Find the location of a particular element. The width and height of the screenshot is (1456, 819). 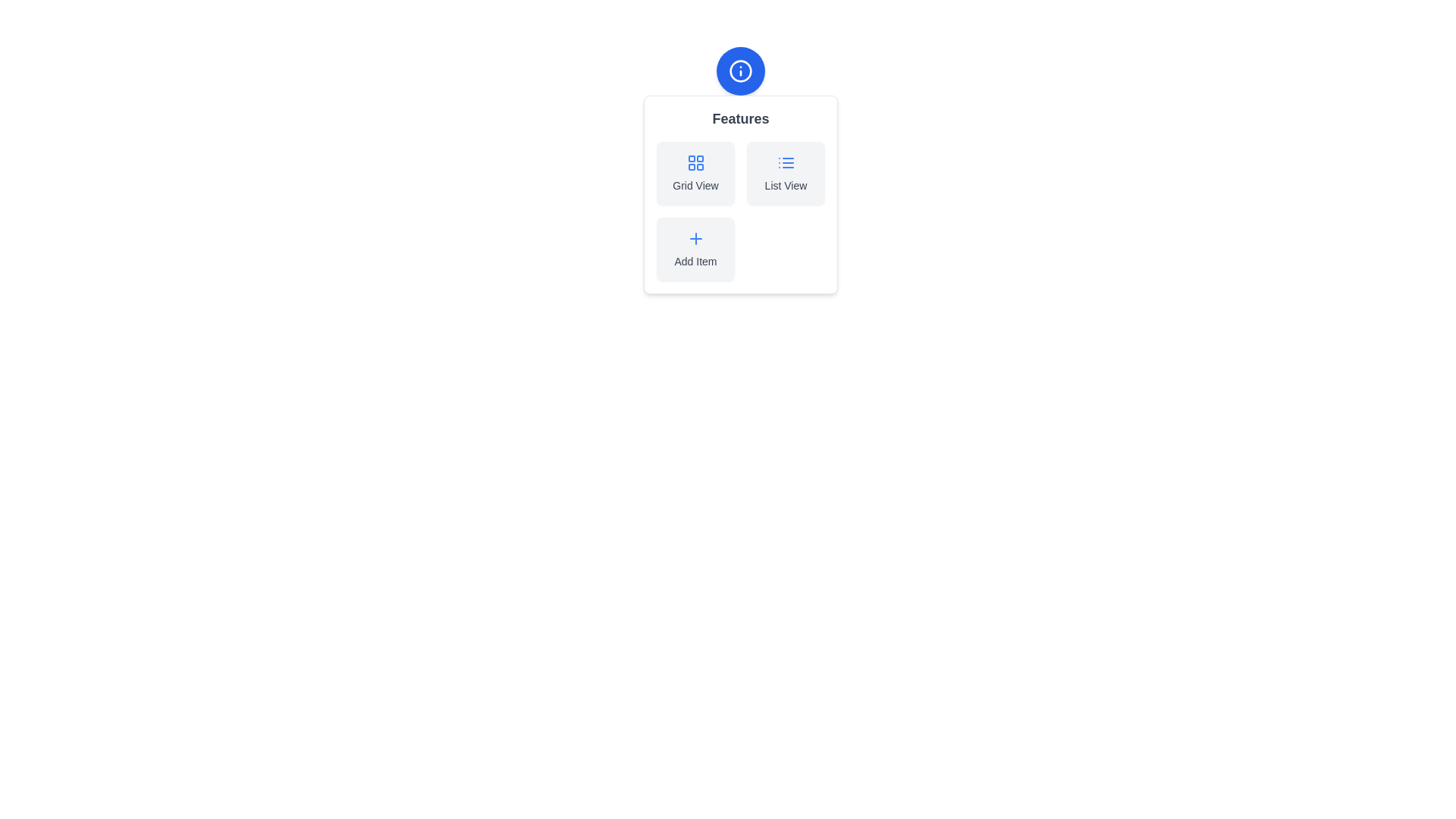

the informational button located at the top of the interface, which is a circular button with an SVG icon, to obtain more information about the features is located at coordinates (741, 71).